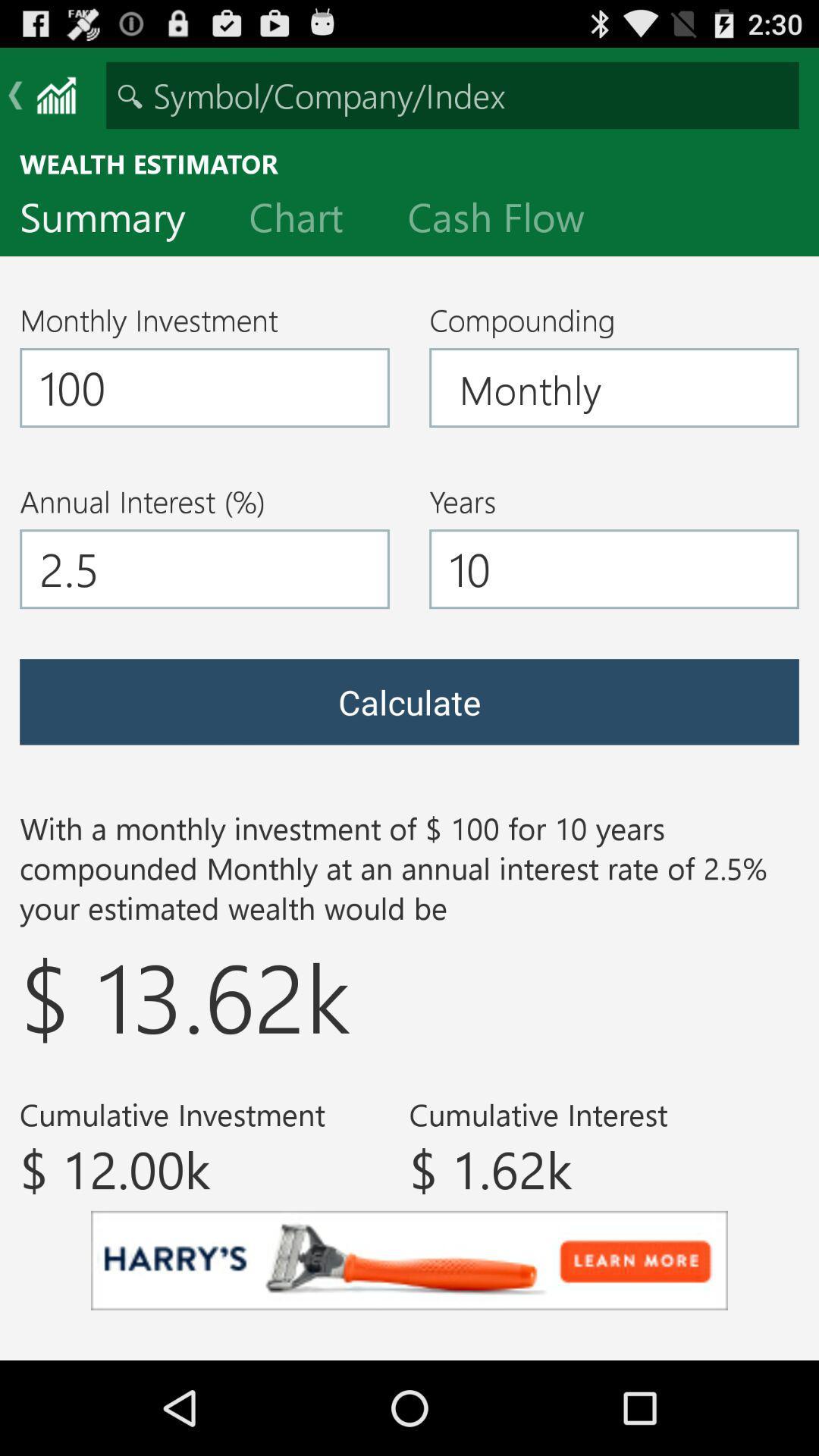  I want to click on the item to the left of chart icon, so click(114, 220).